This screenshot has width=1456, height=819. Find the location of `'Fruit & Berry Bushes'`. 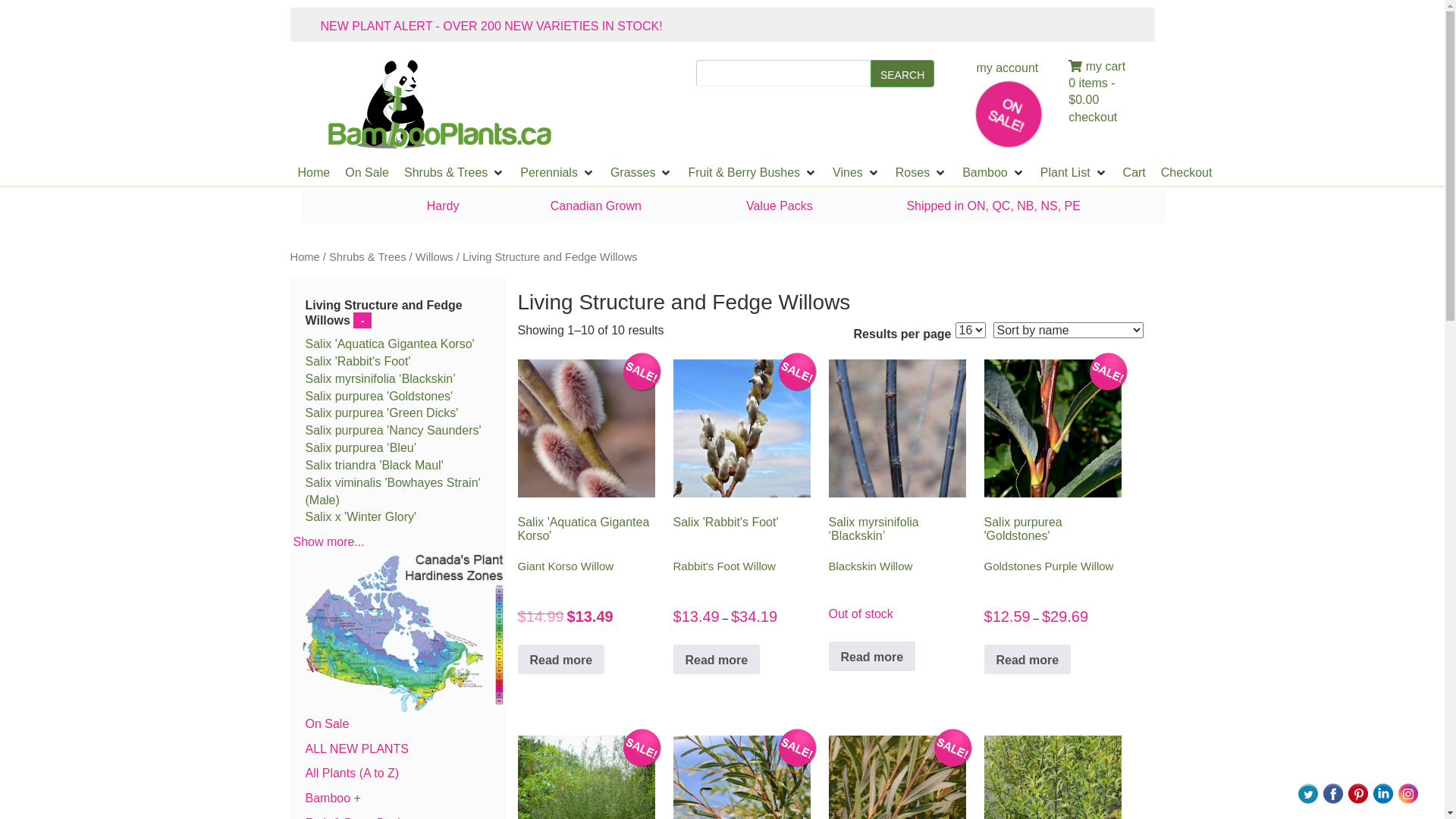

'Fruit & Berry Bushes' is located at coordinates (743, 172).